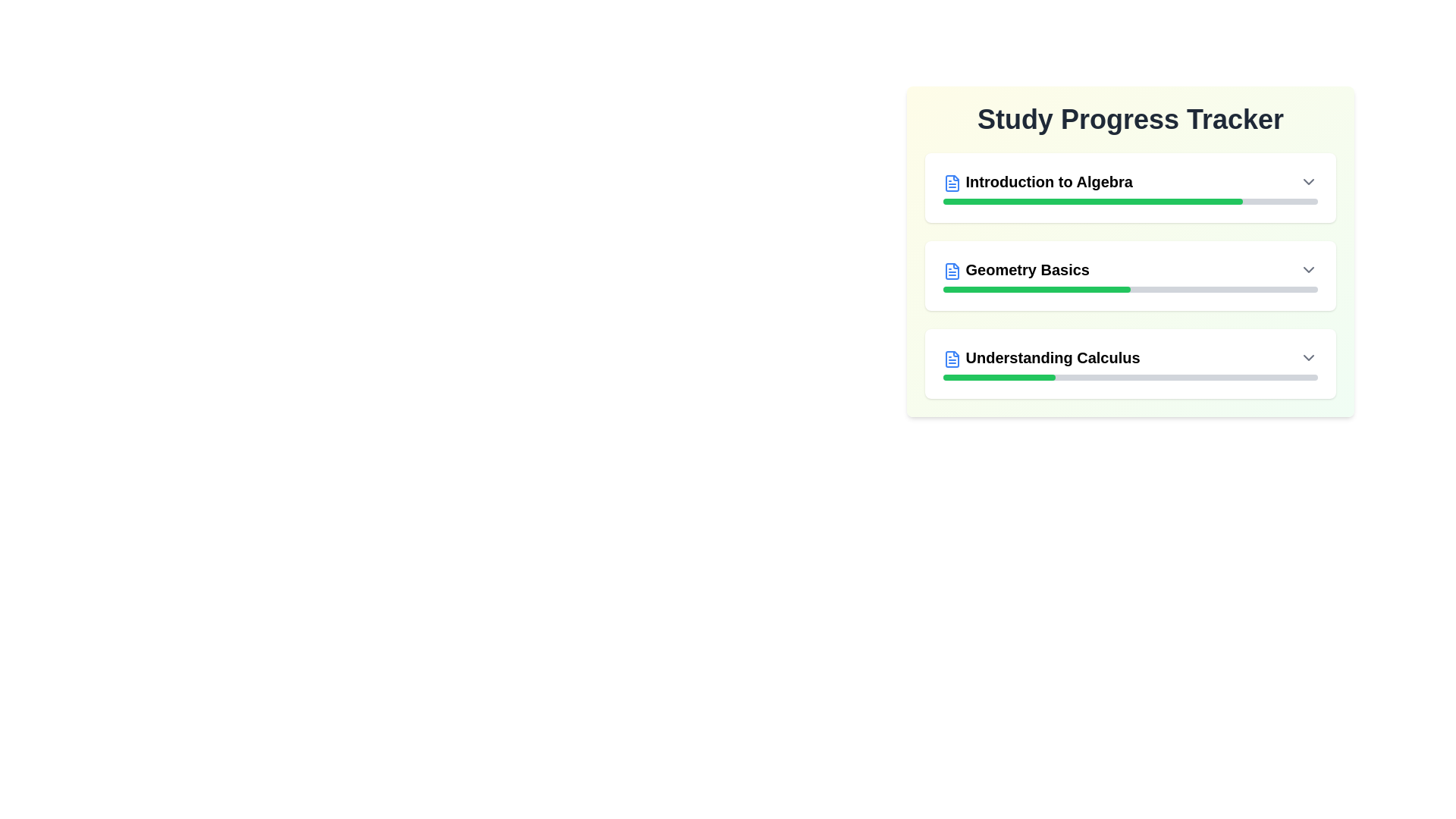 This screenshot has width=1456, height=819. I want to click on the bold heading labeled 'Understanding Calculus' in the card layout, so click(1131, 363).